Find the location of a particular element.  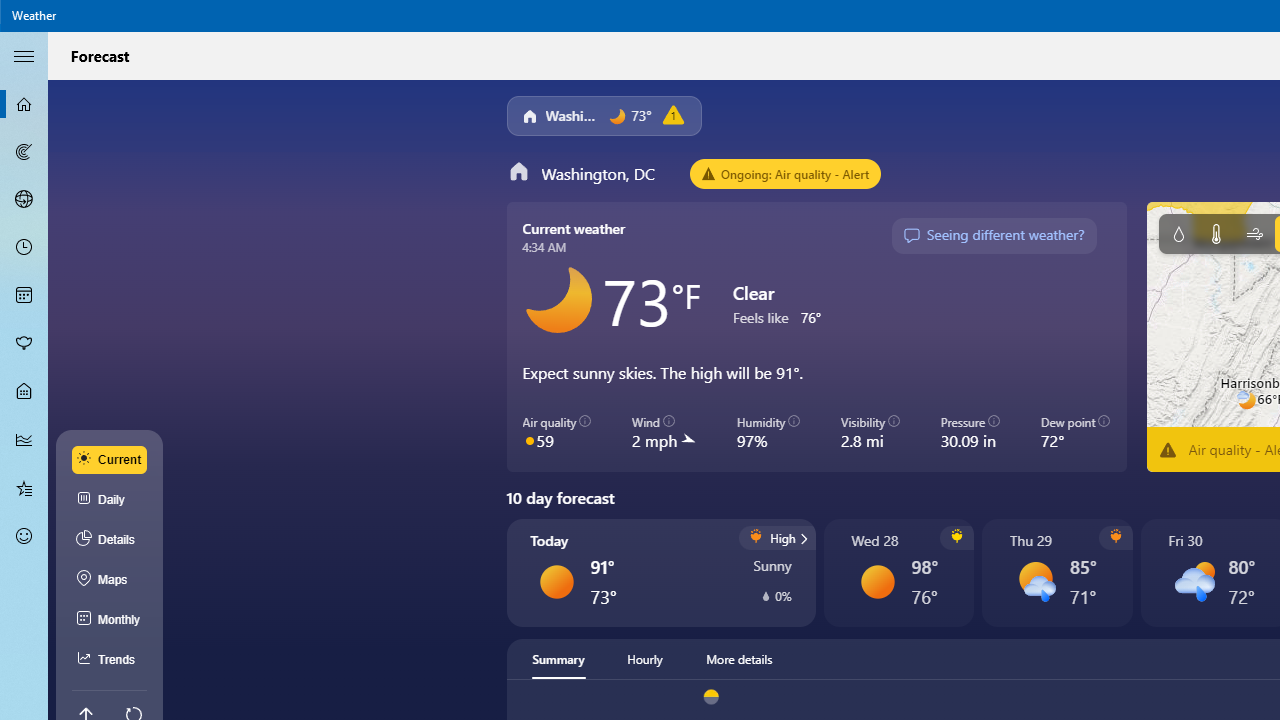

'Life - Not Selected' is located at coordinates (24, 392).